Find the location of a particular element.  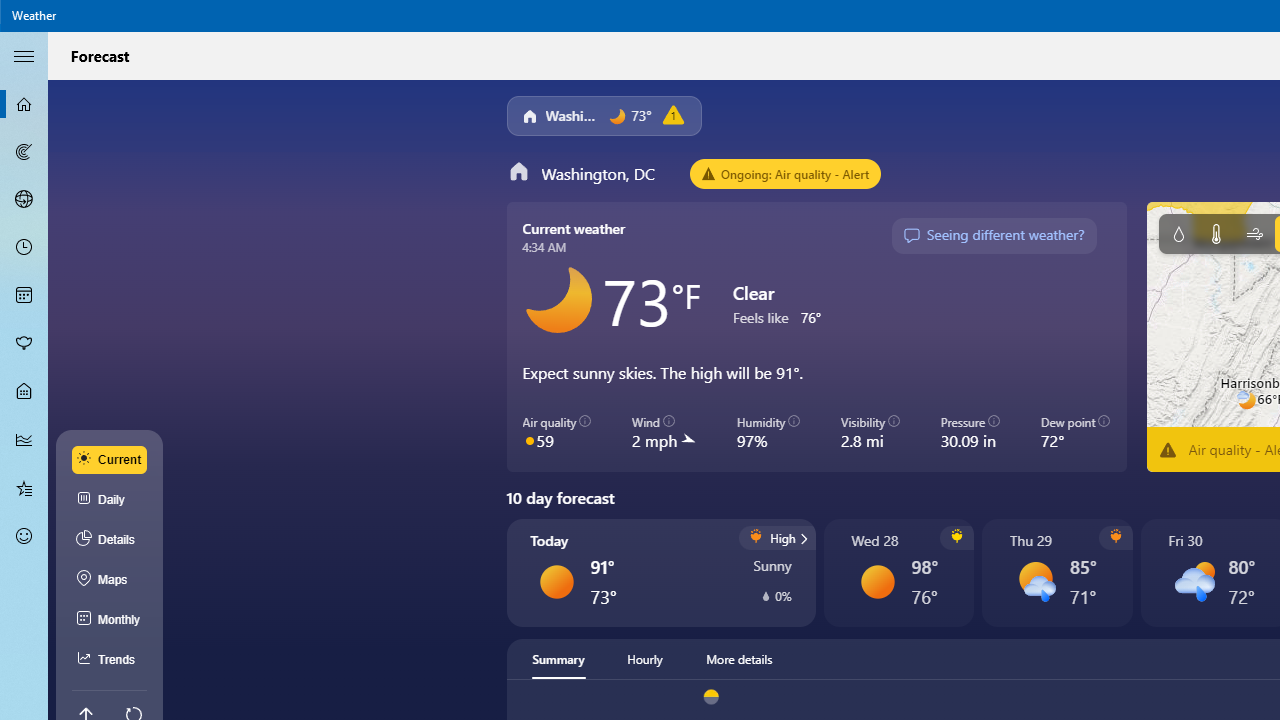

'Life - Not Selected' is located at coordinates (24, 392).